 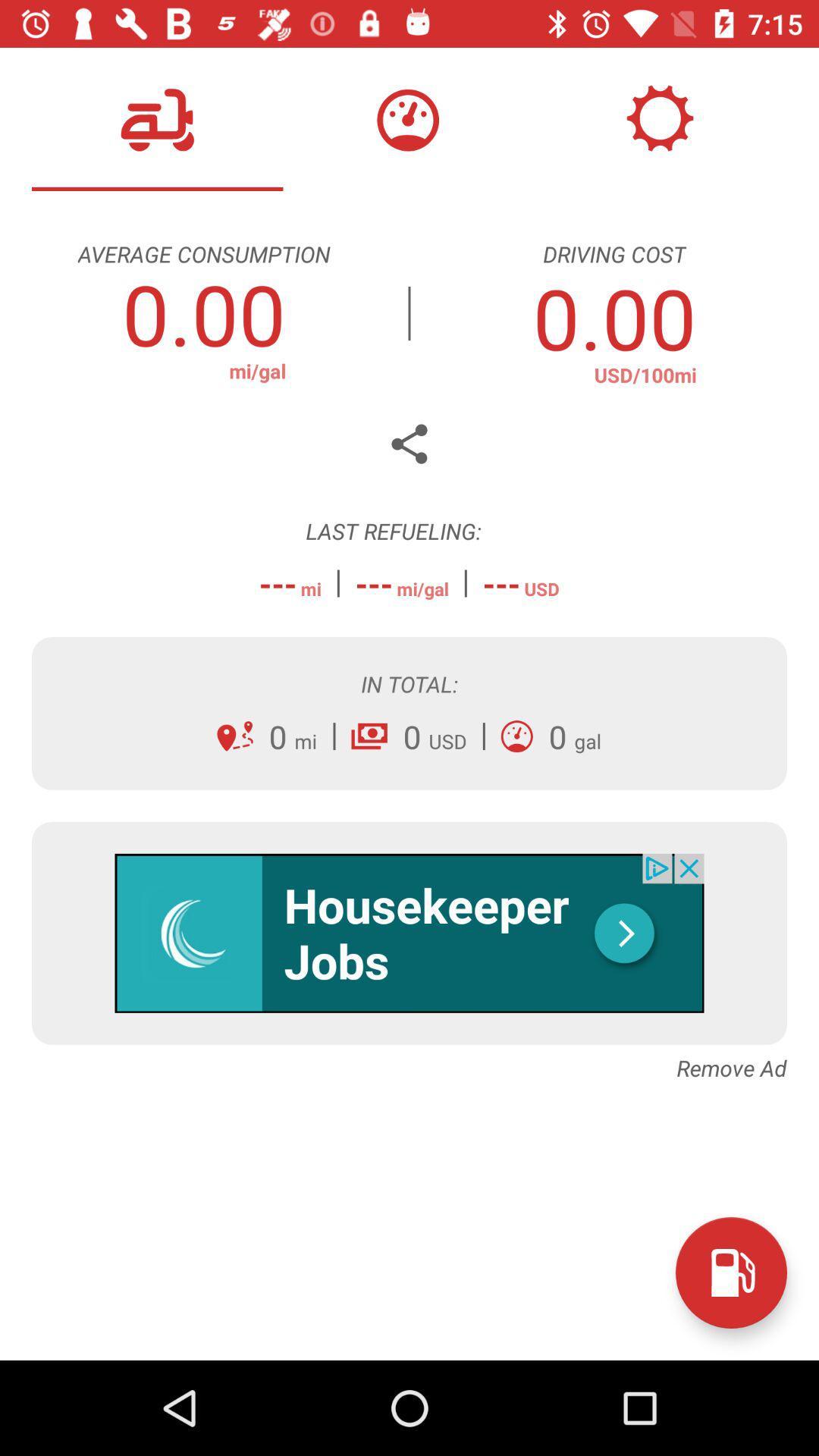 I want to click on advertisement, so click(x=409, y=932).